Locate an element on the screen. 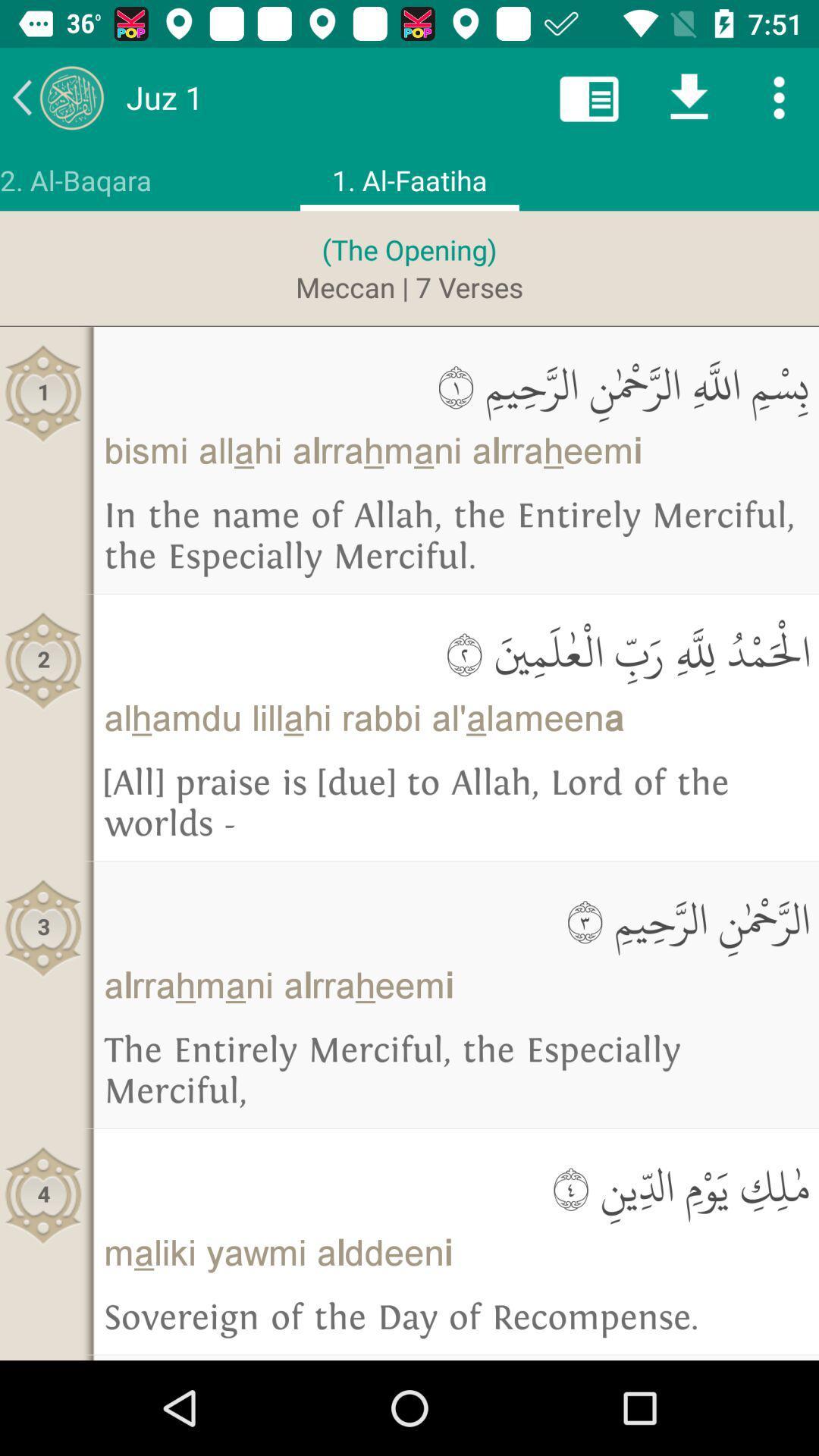 The width and height of the screenshot is (819, 1456). the all praise is item is located at coordinates (455, 803).